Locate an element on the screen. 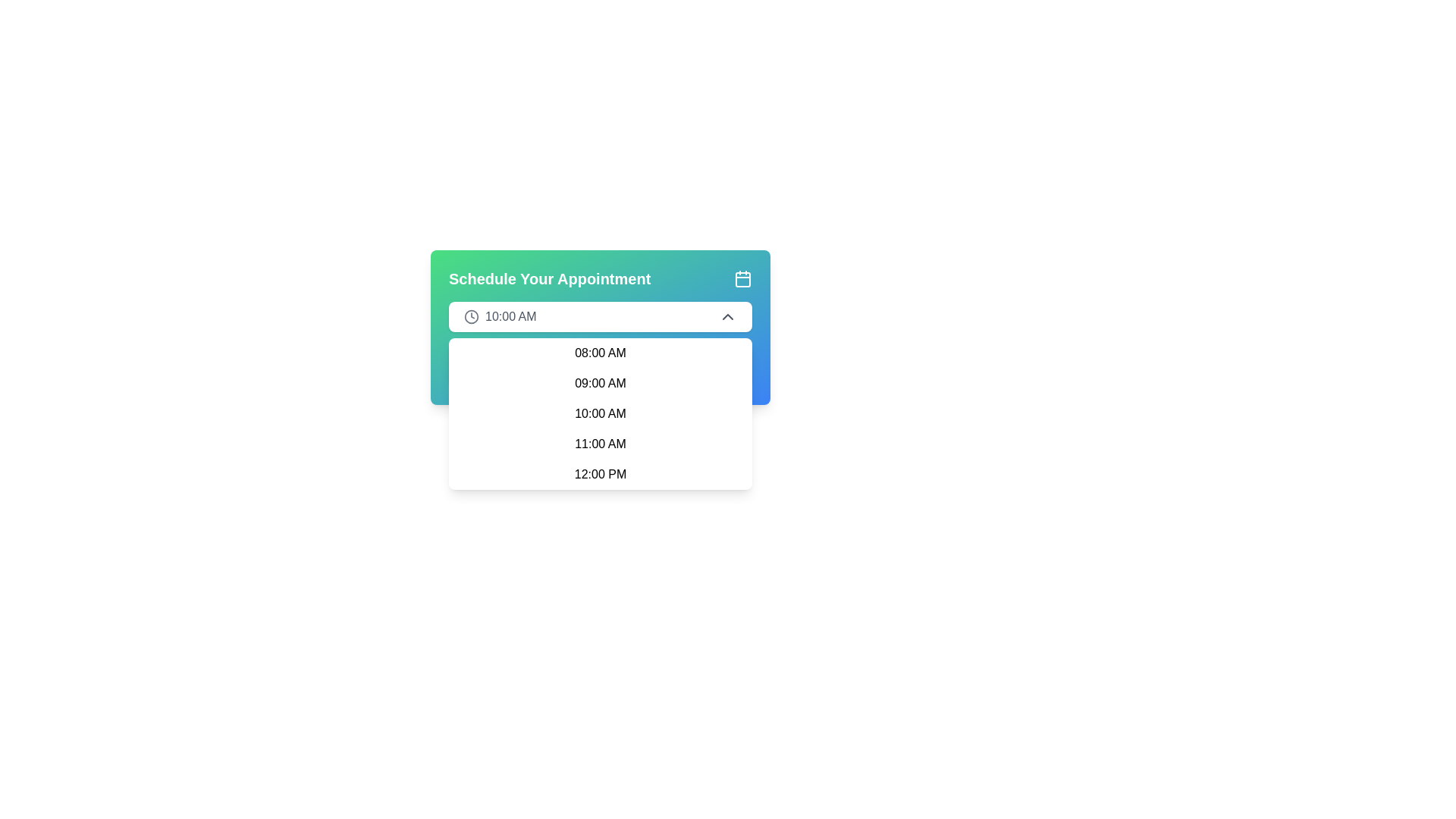 This screenshot has height=819, width=1456. the first selectable time option in the dropdown menu located immediately below the '10:00 AM' field to trigger hover effects is located at coordinates (600, 353).